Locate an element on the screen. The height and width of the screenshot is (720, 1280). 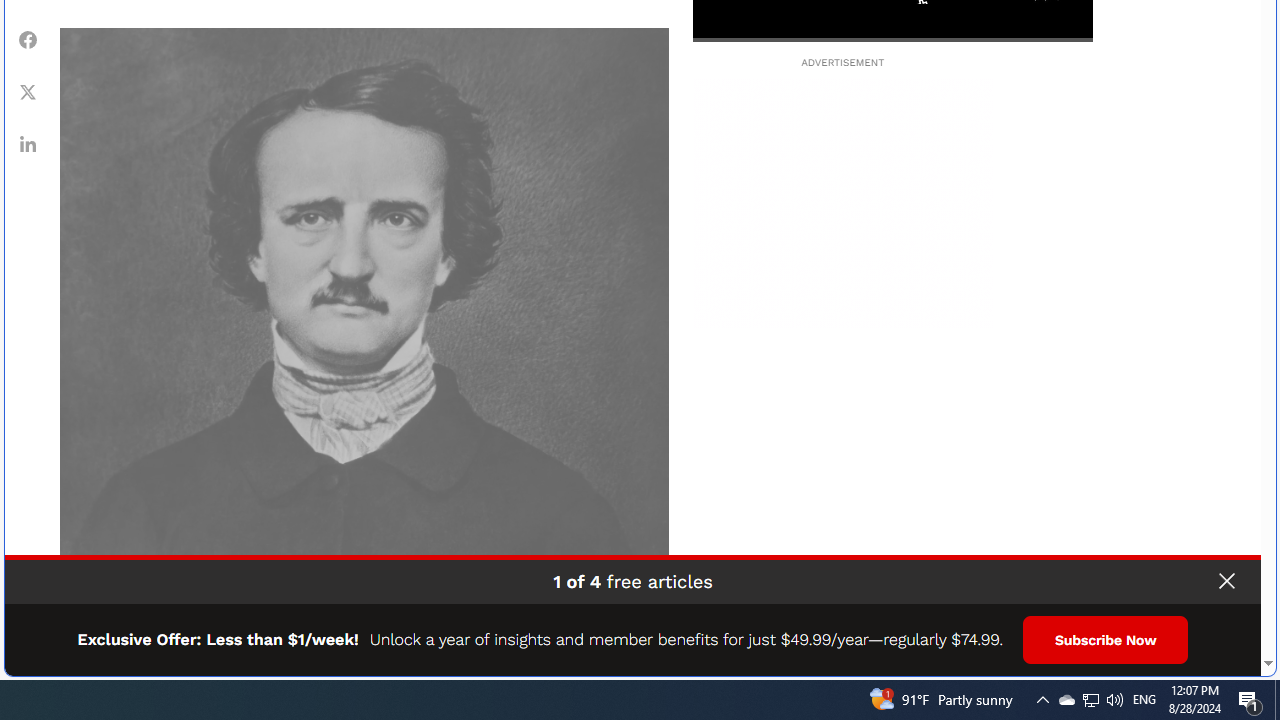
'Q2790: 100%' is located at coordinates (1113, 698).